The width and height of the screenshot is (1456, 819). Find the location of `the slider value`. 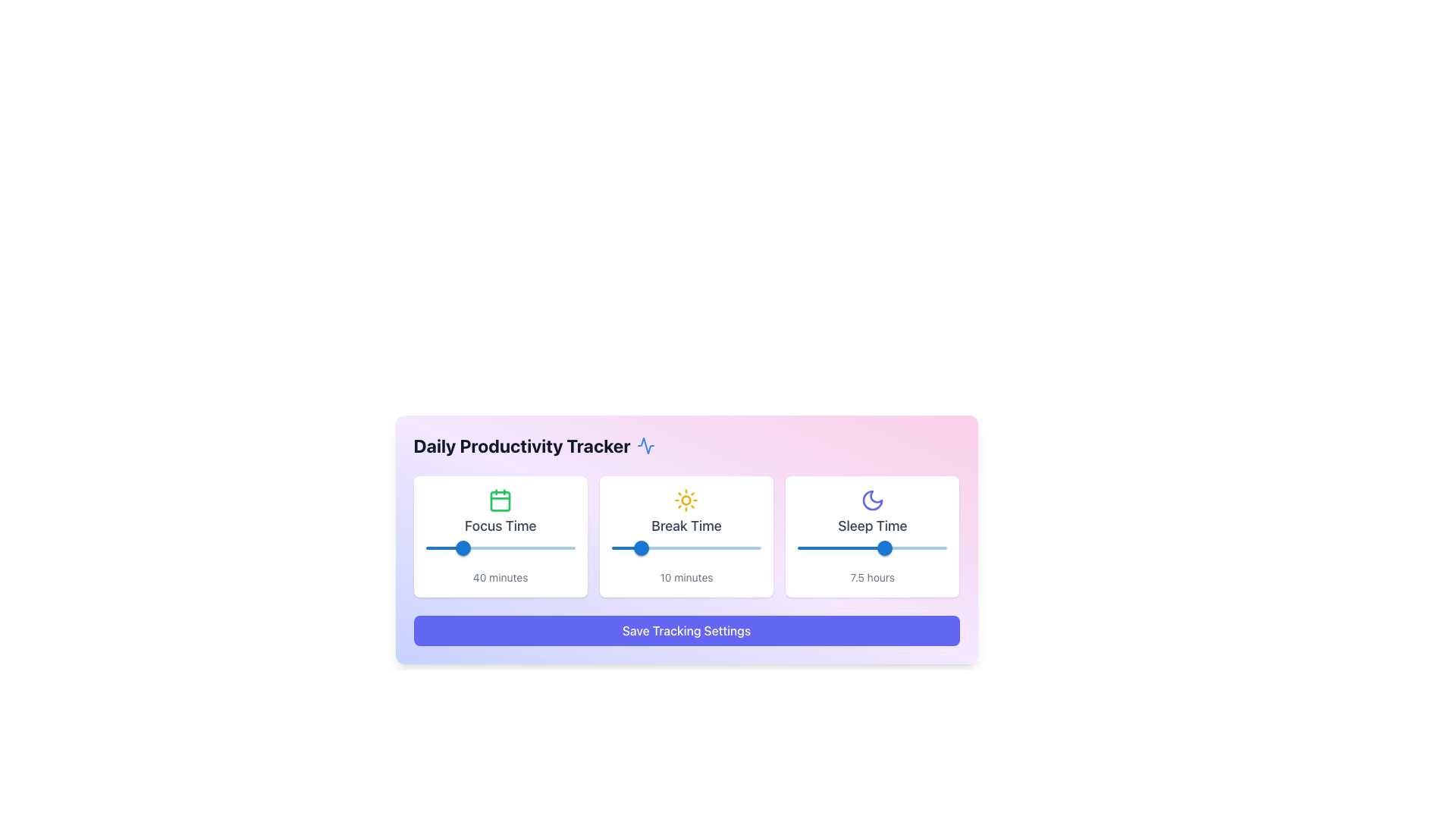

the slider value is located at coordinates (833, 548).